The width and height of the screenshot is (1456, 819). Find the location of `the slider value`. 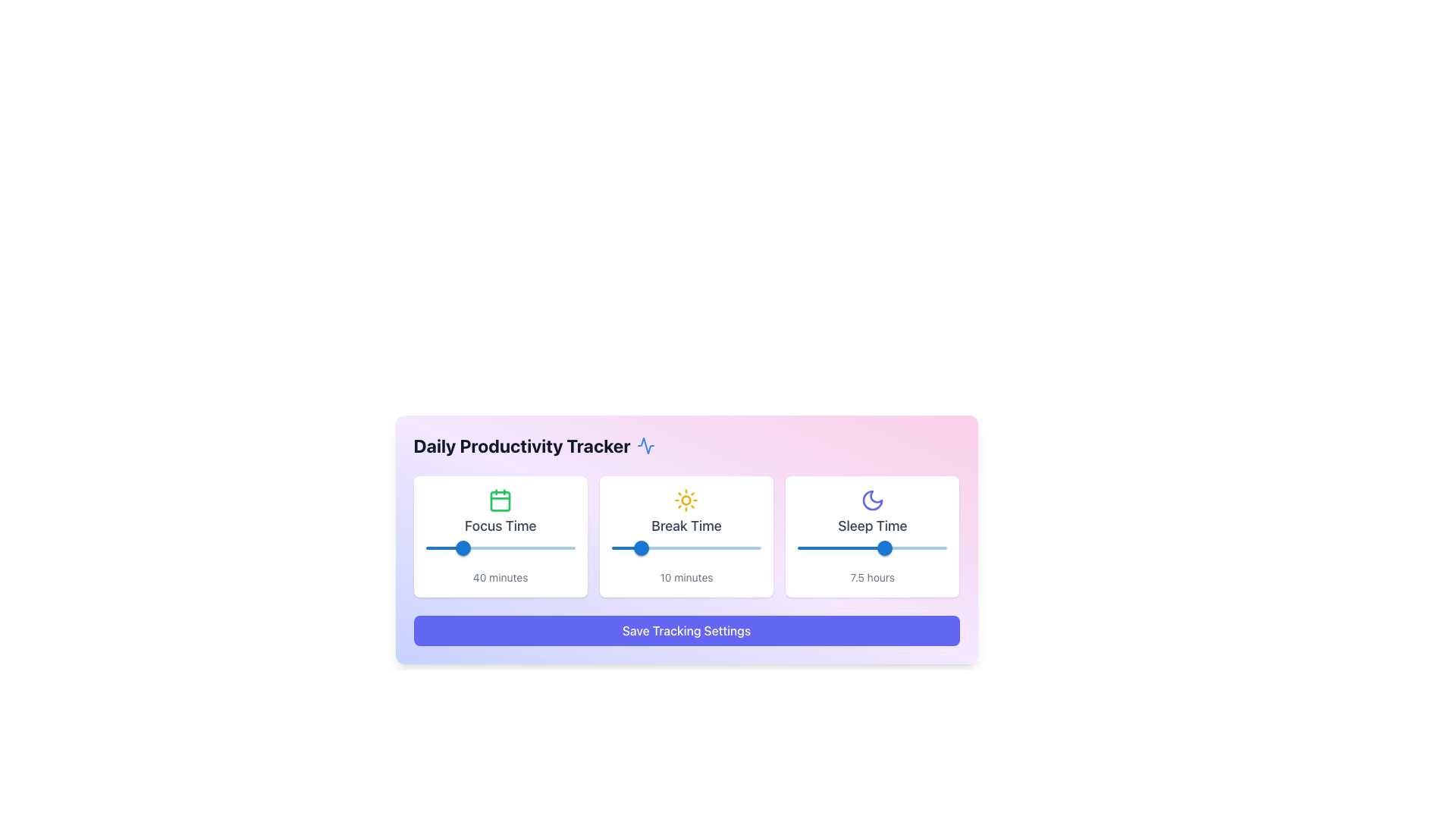

the slider value is located at coordinates (833, 548).